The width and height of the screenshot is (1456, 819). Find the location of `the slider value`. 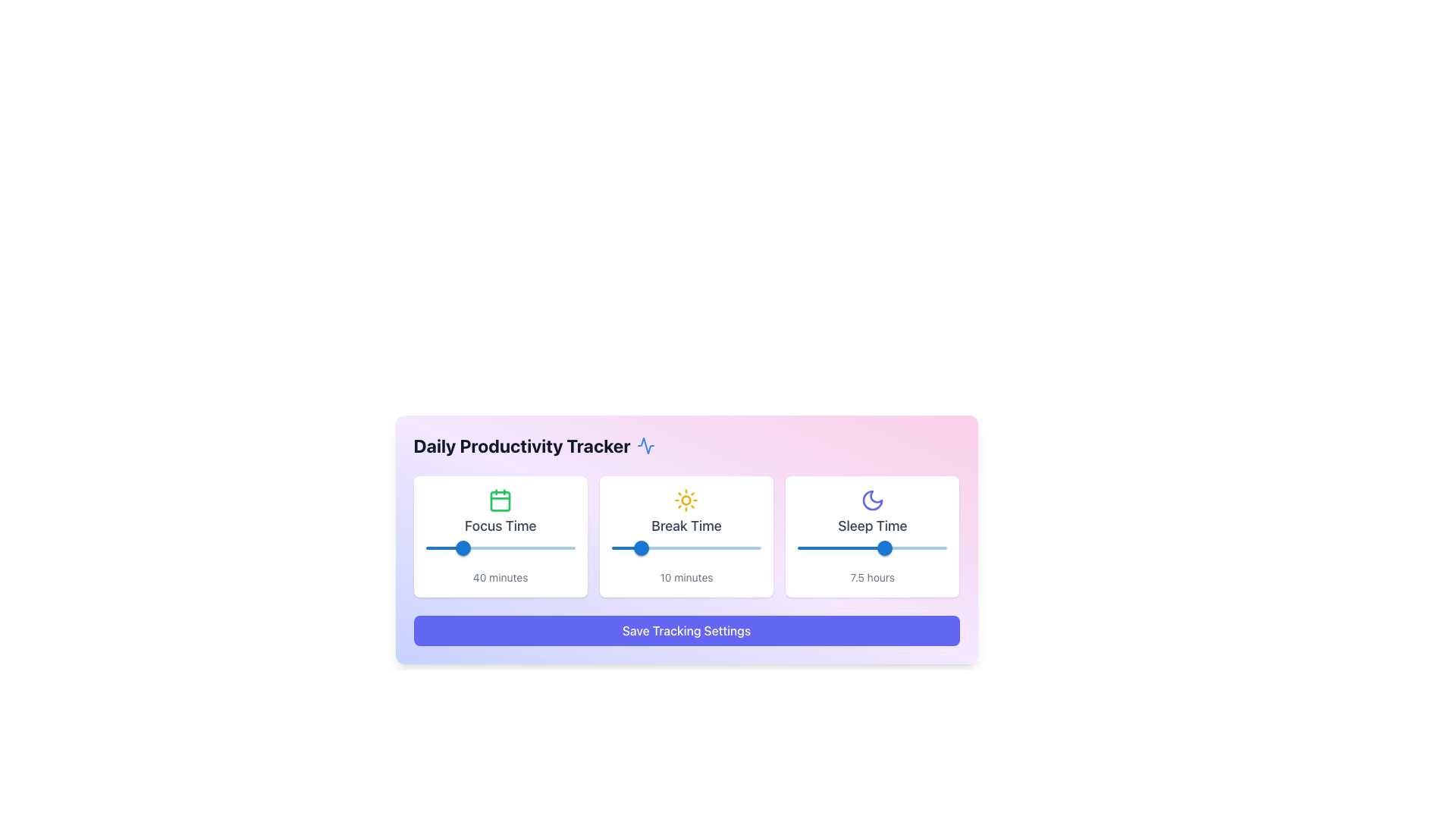

the slider value is located at coordinates (833, 548).